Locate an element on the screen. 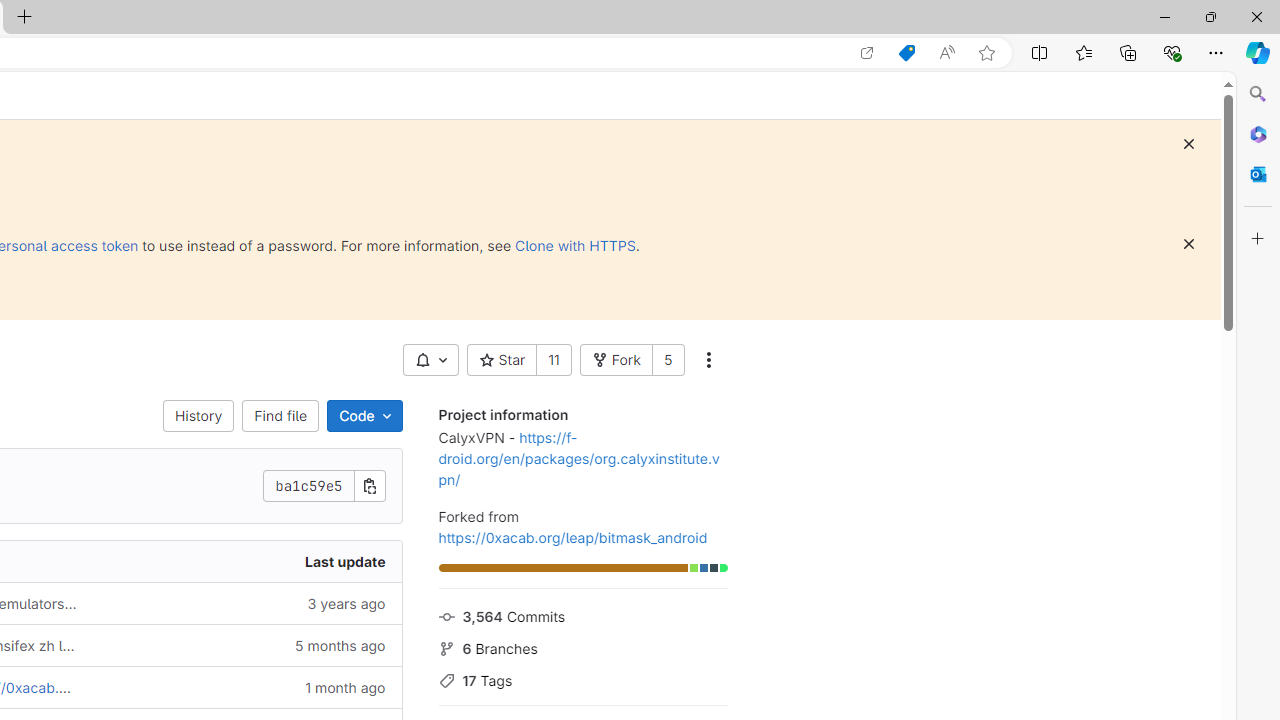 This screenshot has width=1280, height=720. 'History' is located at coordinates (199, 415).